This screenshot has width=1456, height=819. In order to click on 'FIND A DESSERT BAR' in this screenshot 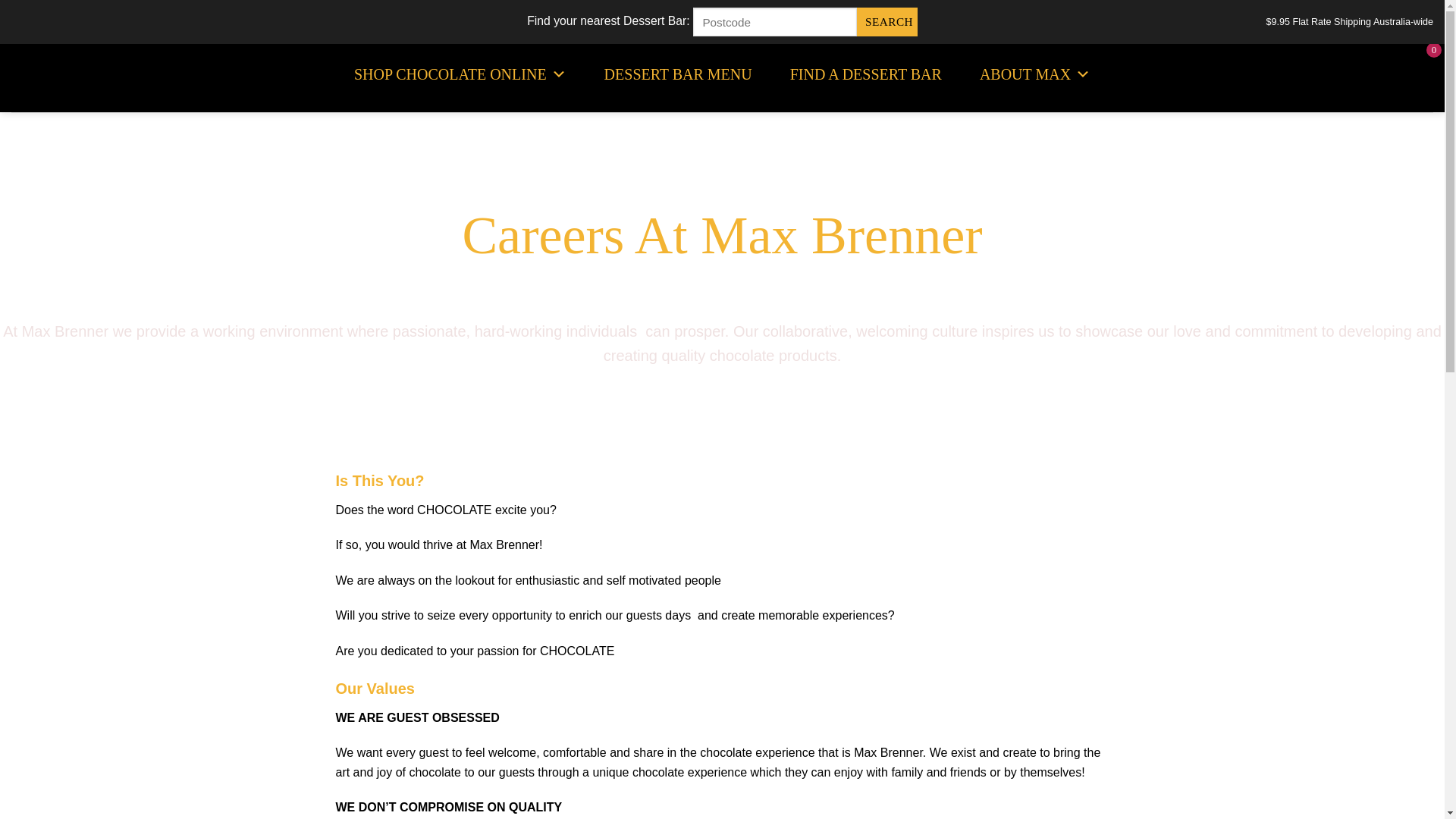, I will do `click(866, 74)`.